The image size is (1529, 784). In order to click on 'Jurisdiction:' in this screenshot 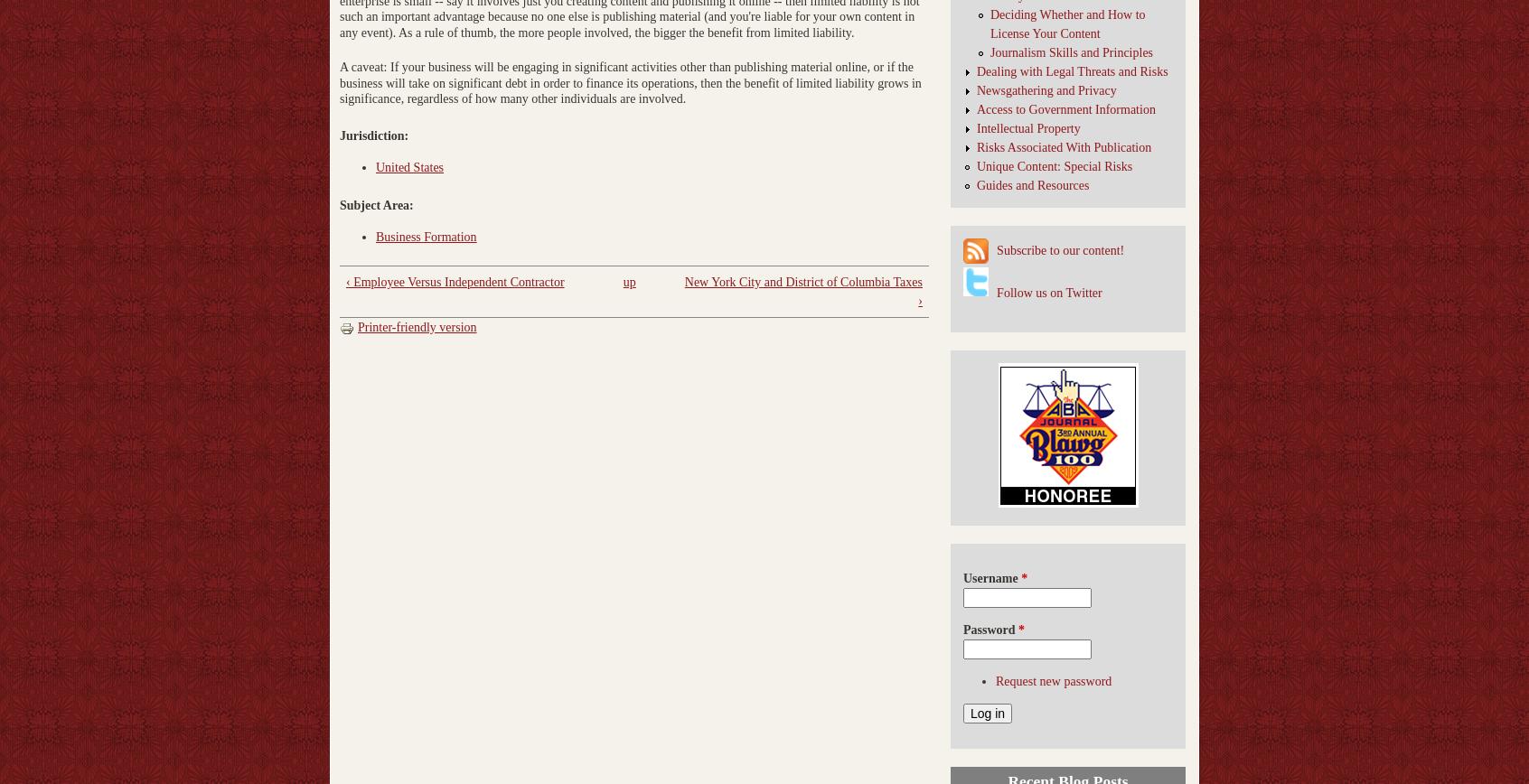, I will do `click(375, 135)`.